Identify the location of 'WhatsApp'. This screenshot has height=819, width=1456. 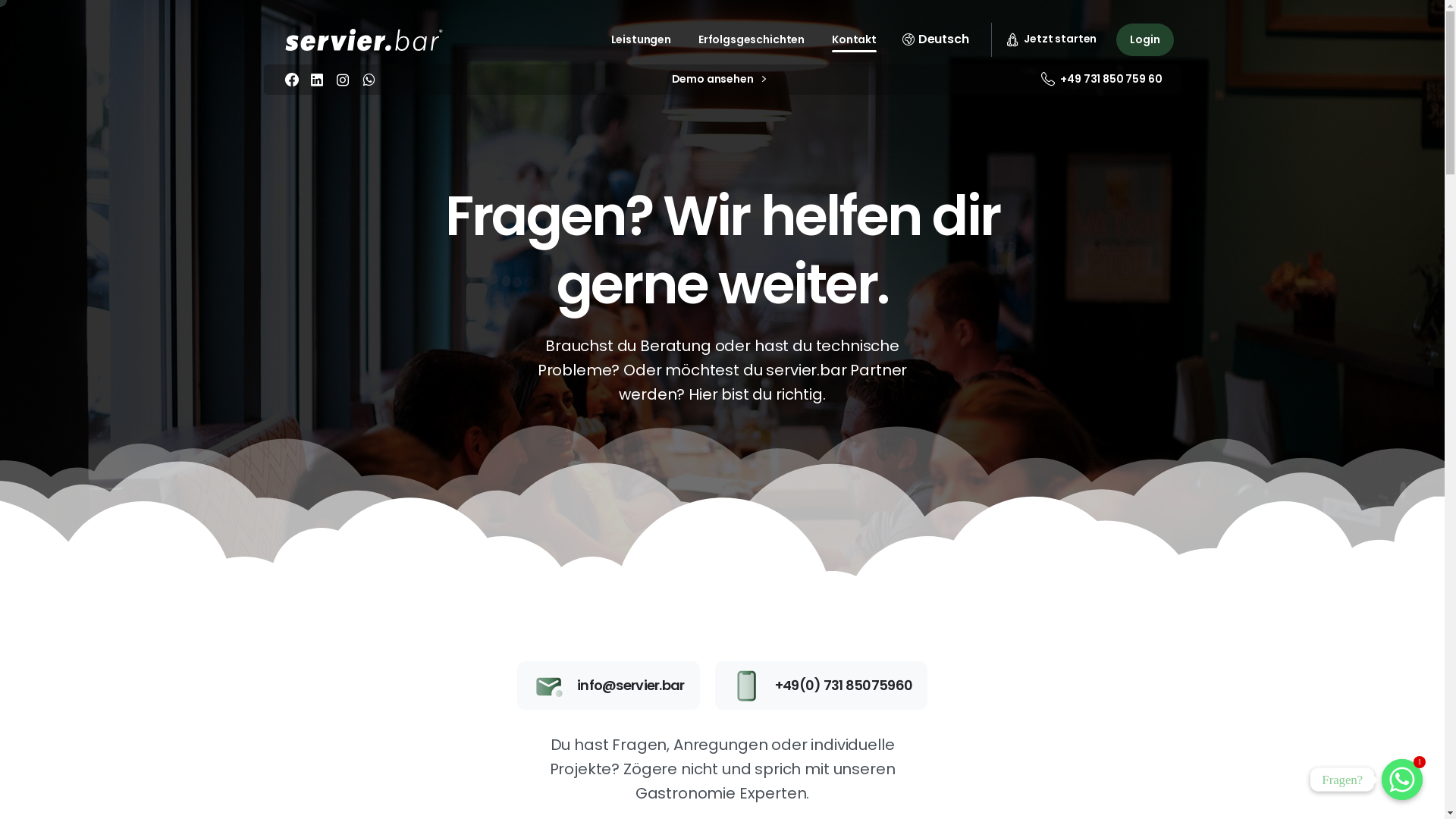
(368, 79).